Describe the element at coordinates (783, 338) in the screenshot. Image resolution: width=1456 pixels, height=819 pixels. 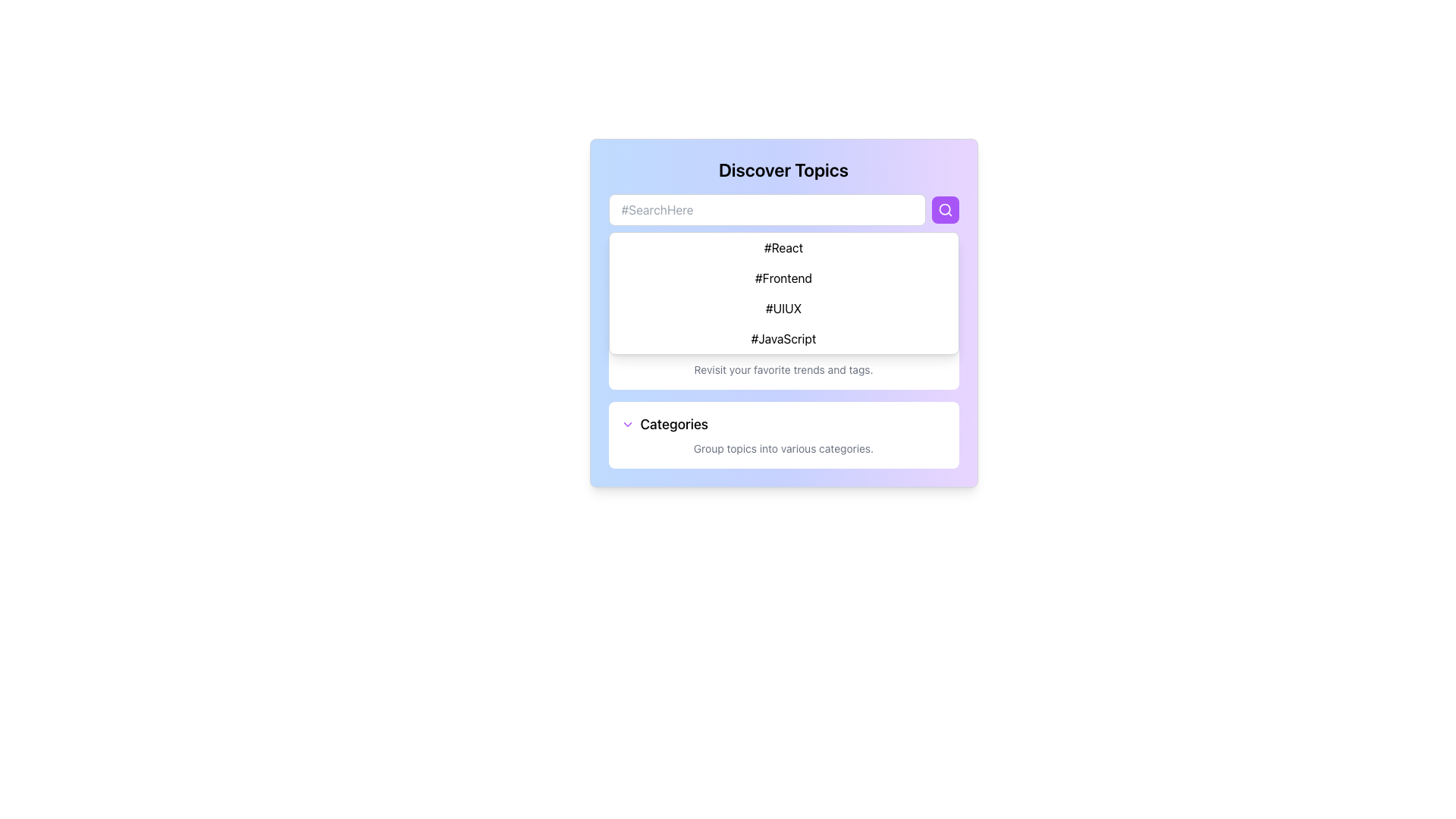
I see `the fourth tag '#JavaScript' in the dropdown under the 'Discover Topics' search field to change its background color` at that location.